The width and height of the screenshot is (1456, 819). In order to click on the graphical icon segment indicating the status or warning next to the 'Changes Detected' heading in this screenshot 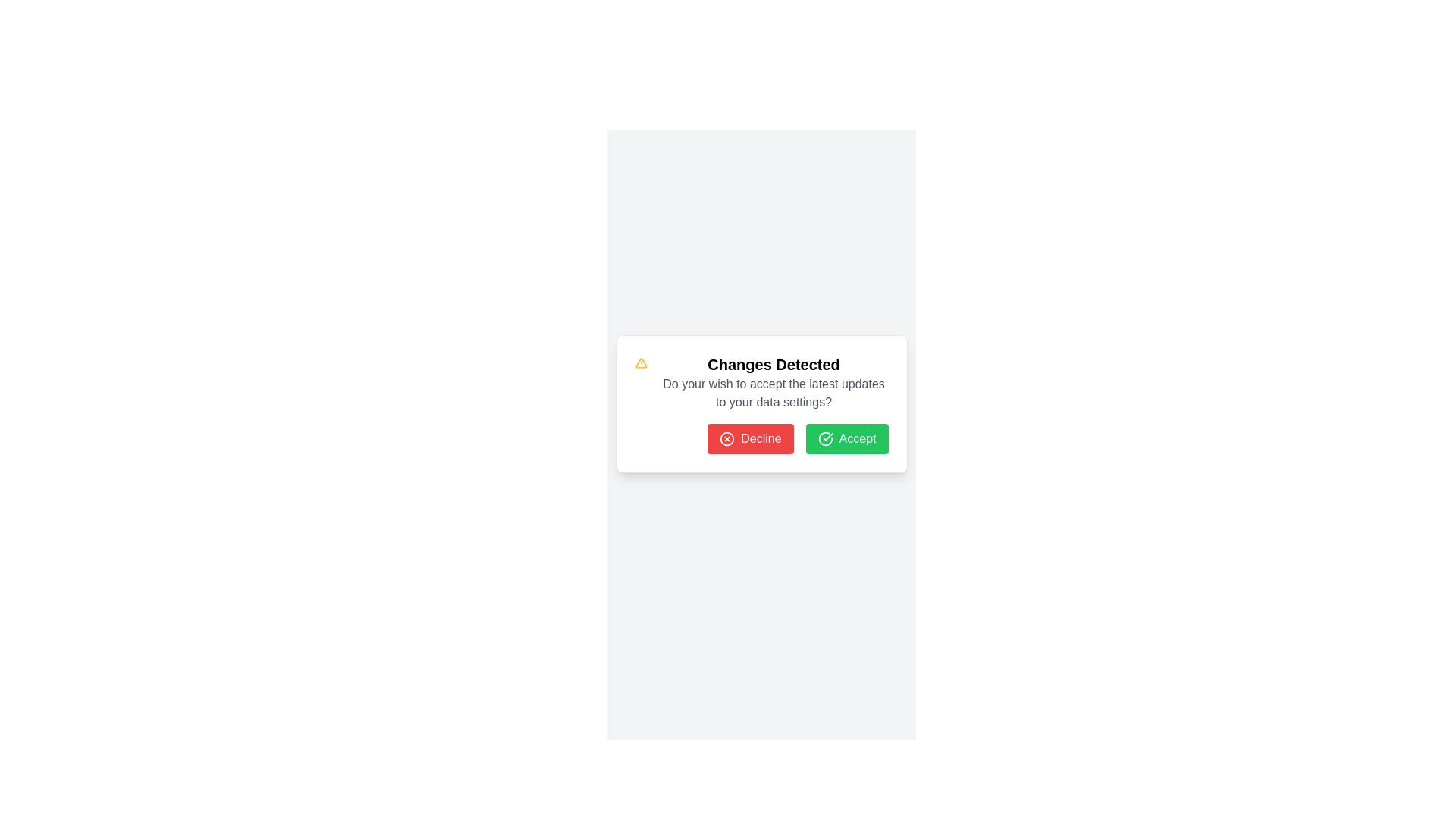, I will do `click(824, 438)`.